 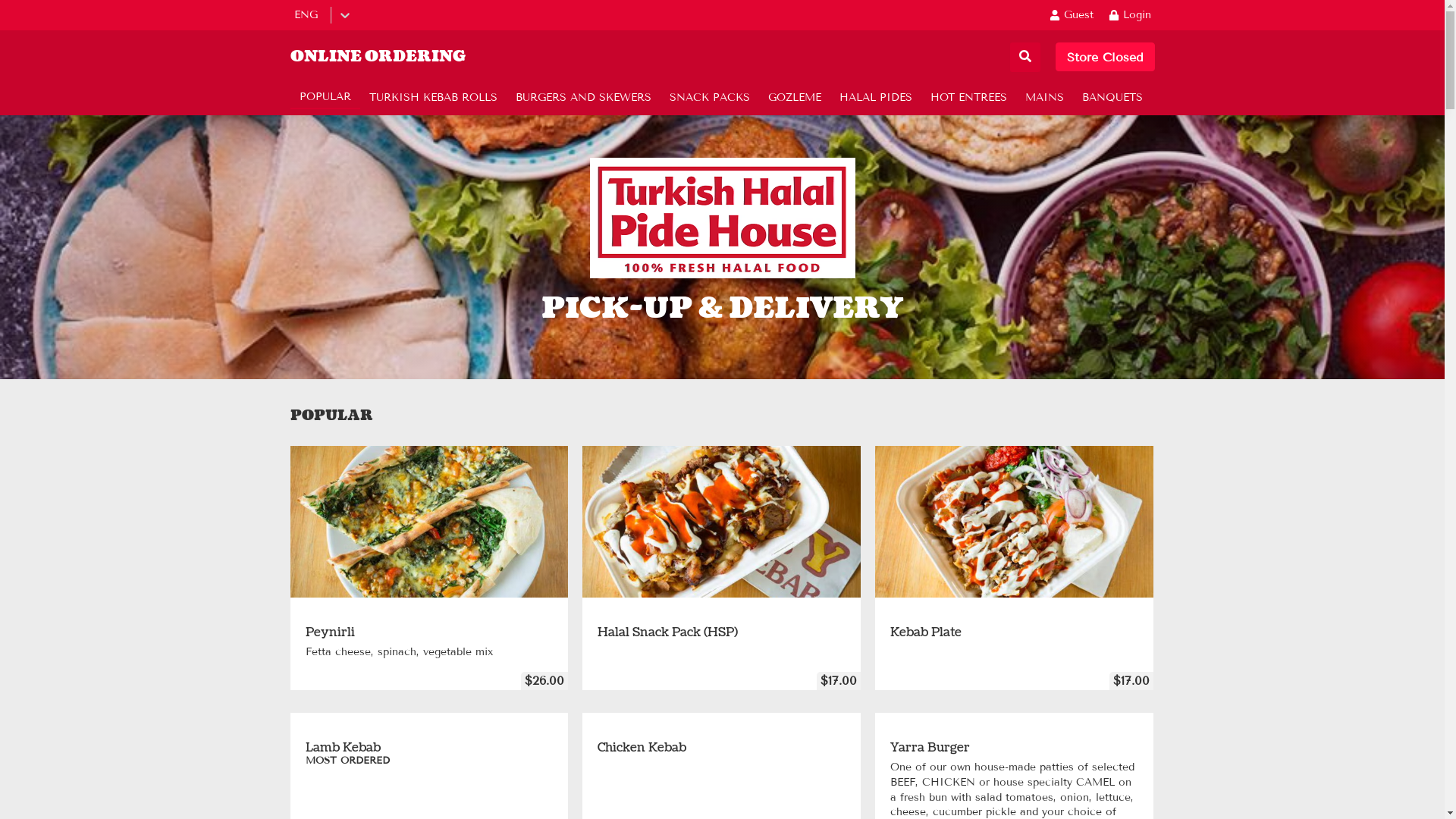 What do you see at coordinates (1105, 55) in the screenshot?
I see `'Store Closed'` at bounding box center [1105, 55].